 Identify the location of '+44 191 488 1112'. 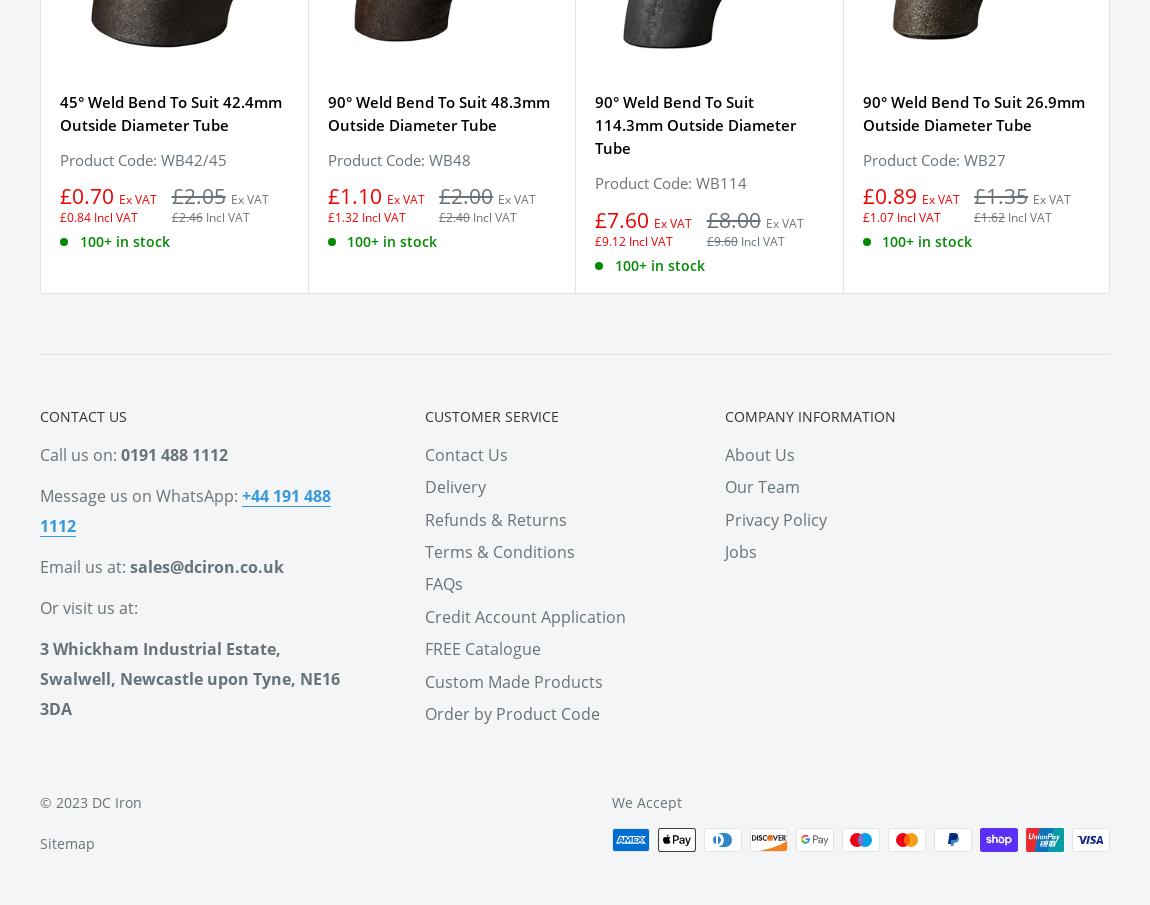
(184, 508).